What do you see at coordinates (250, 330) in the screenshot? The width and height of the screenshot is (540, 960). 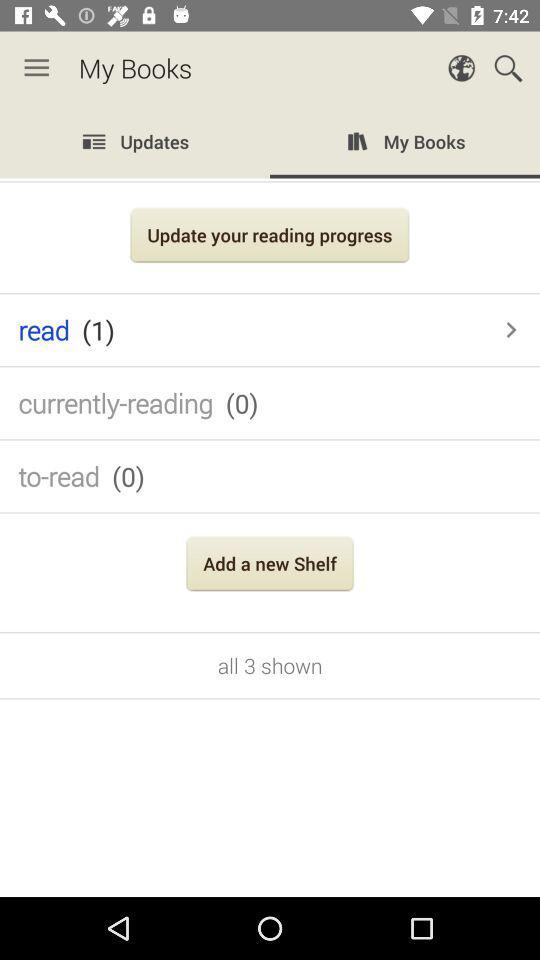 I see `the icon below update your reading` at bounding box center [250, 330].